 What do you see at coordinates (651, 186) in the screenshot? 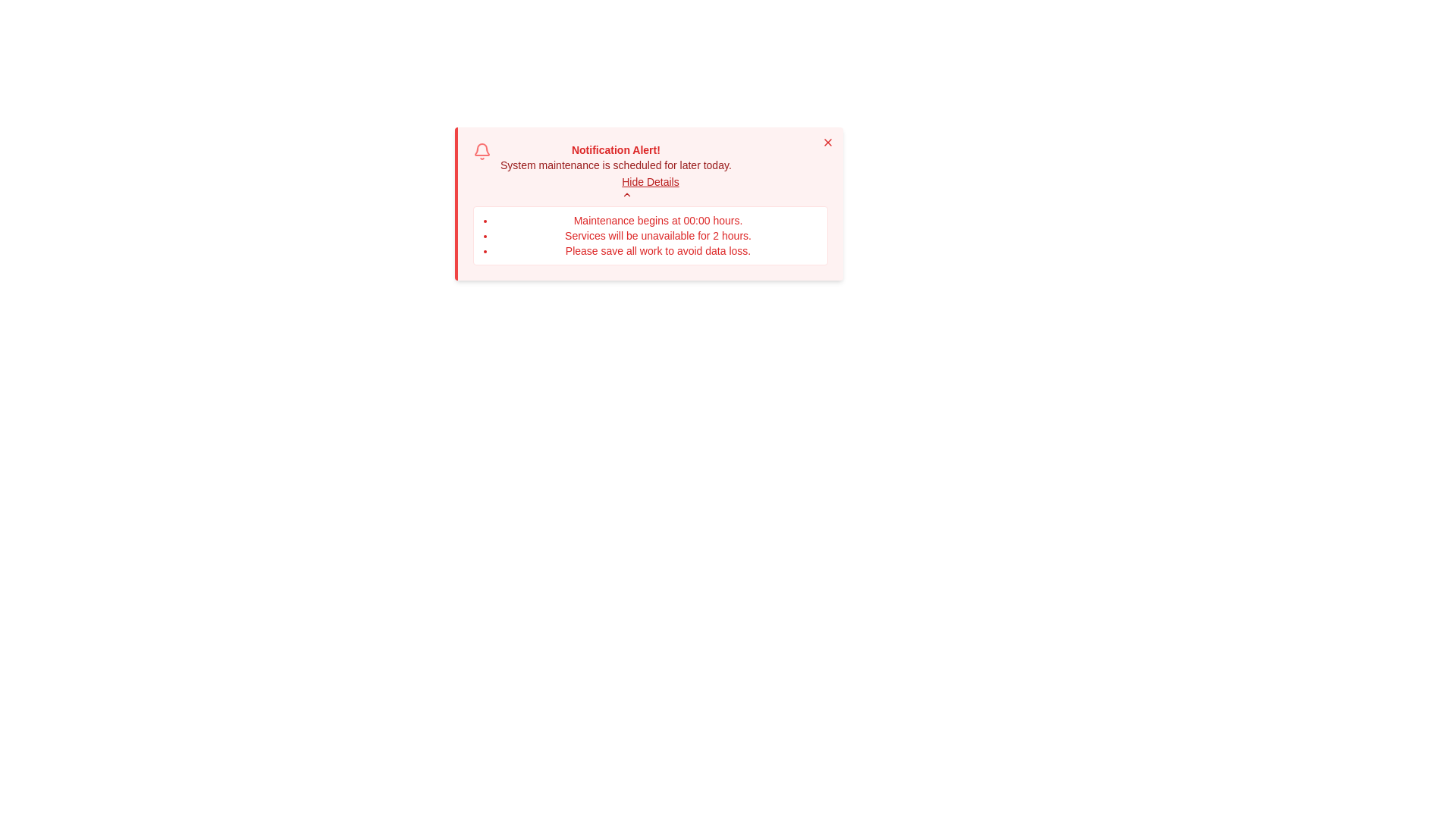
I see `the 'Hide Details' button to collapse the details section` at bounding box center [651, 186].